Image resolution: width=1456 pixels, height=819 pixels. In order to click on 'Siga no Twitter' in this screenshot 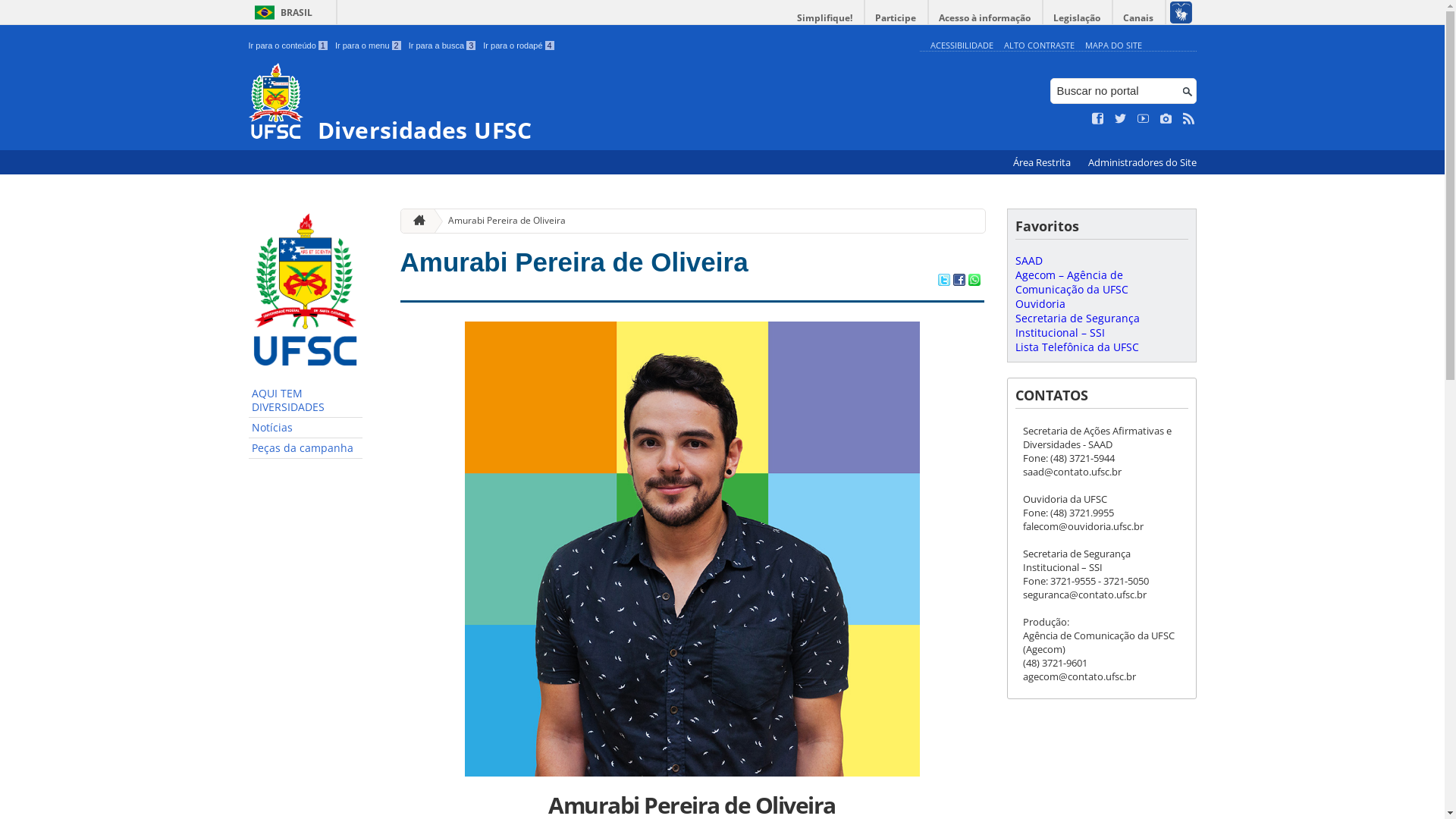, I will do `click(1121, 118)`.